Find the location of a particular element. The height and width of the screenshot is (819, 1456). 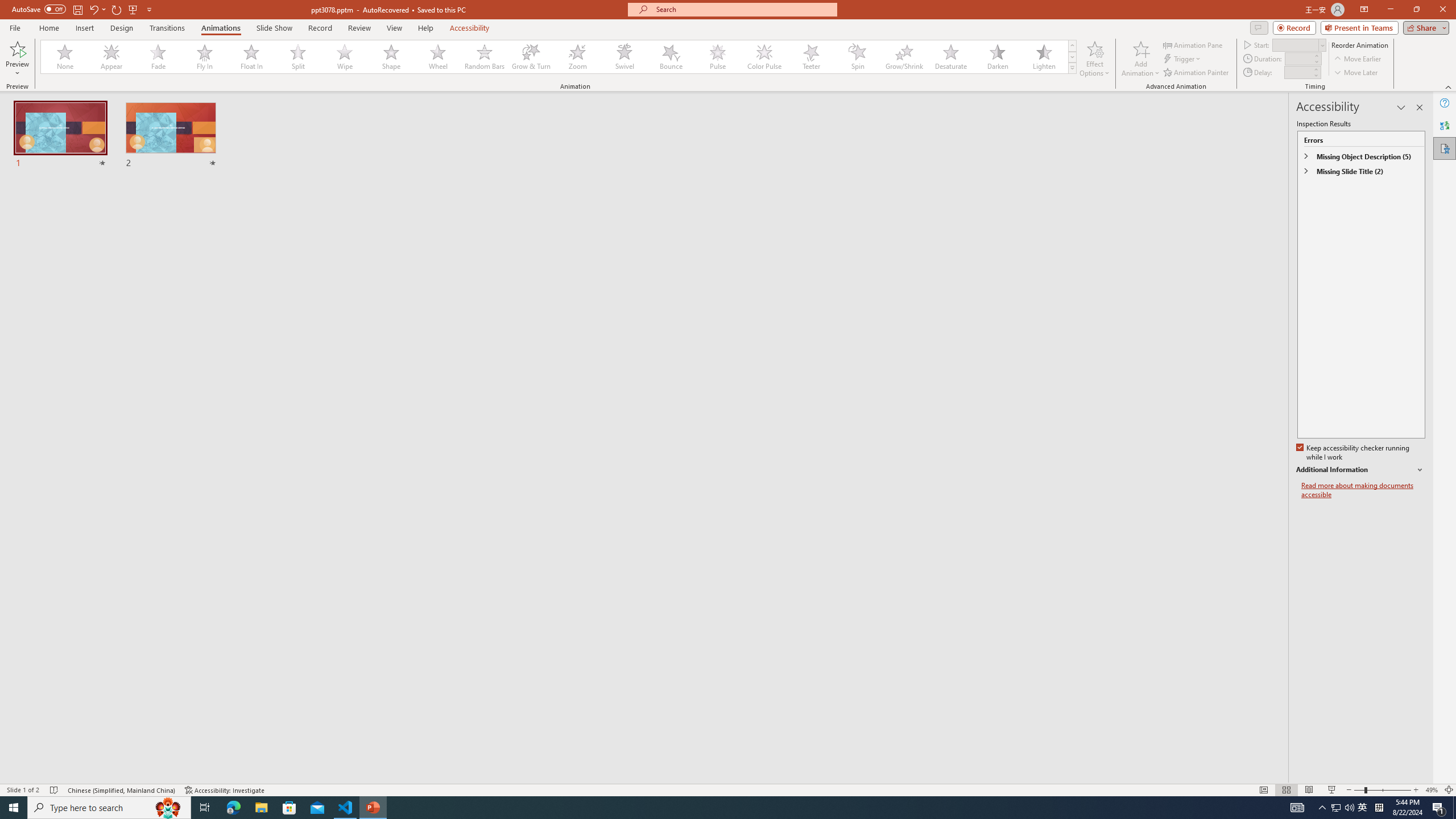

'Reading View' is located at coordinates (1308, 790).